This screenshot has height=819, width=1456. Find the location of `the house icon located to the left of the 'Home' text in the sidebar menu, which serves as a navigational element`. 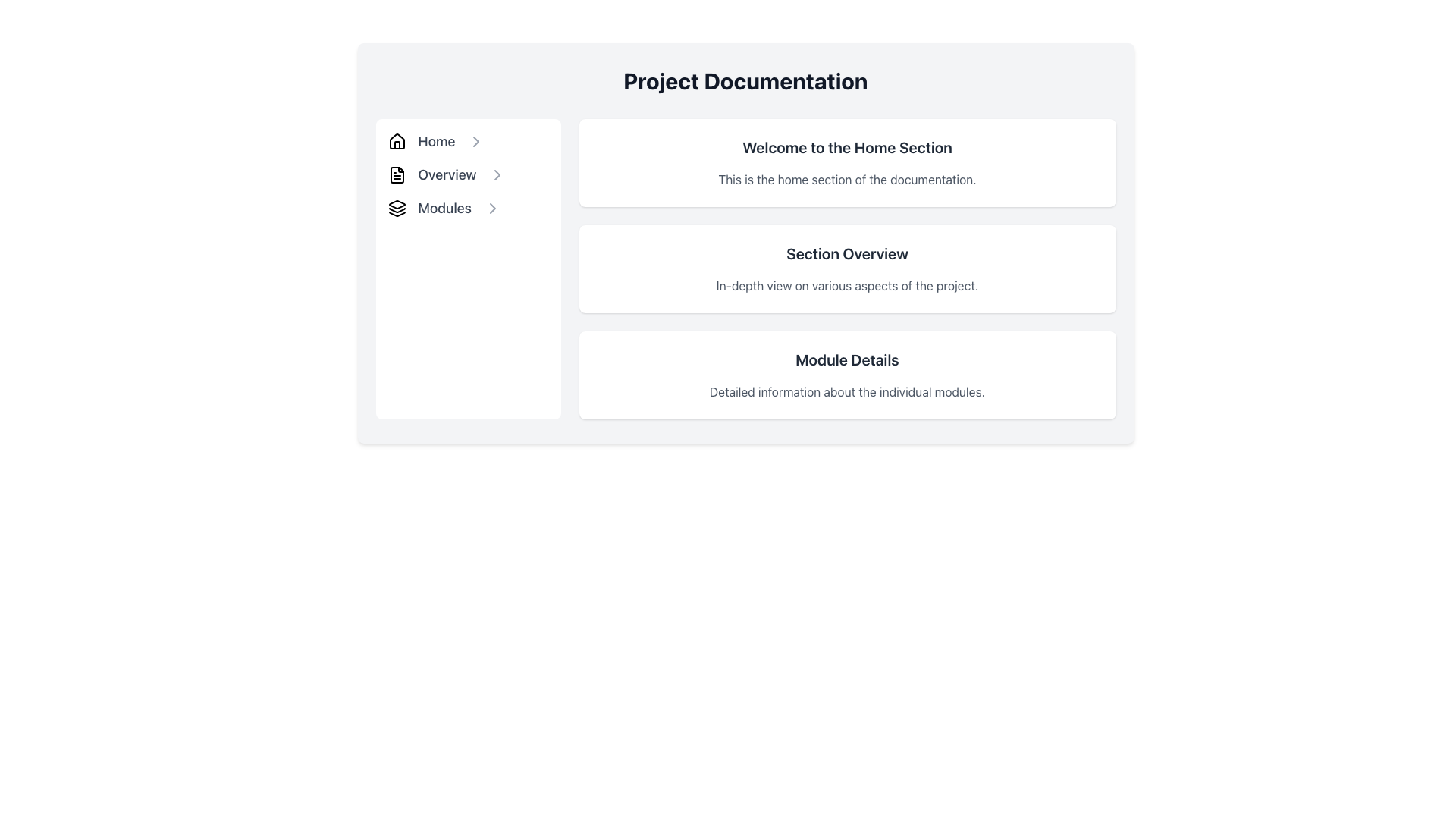

the house icon located to the left of the 'Home' text in the sidebar menu, which serves as a navigational element is located at coordinates (397, 141).